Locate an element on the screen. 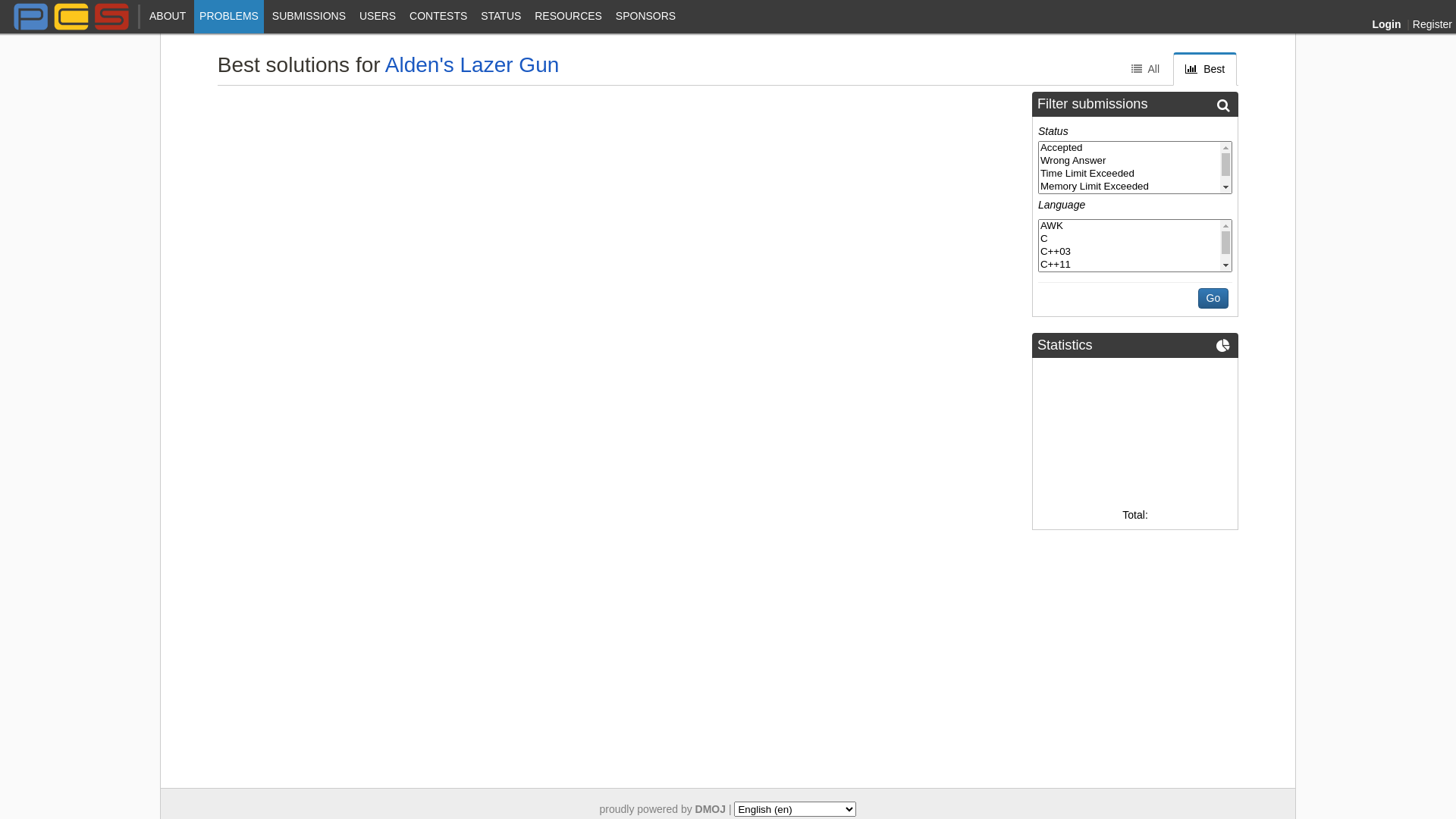  'All' is located at coordinates (1145, 69).